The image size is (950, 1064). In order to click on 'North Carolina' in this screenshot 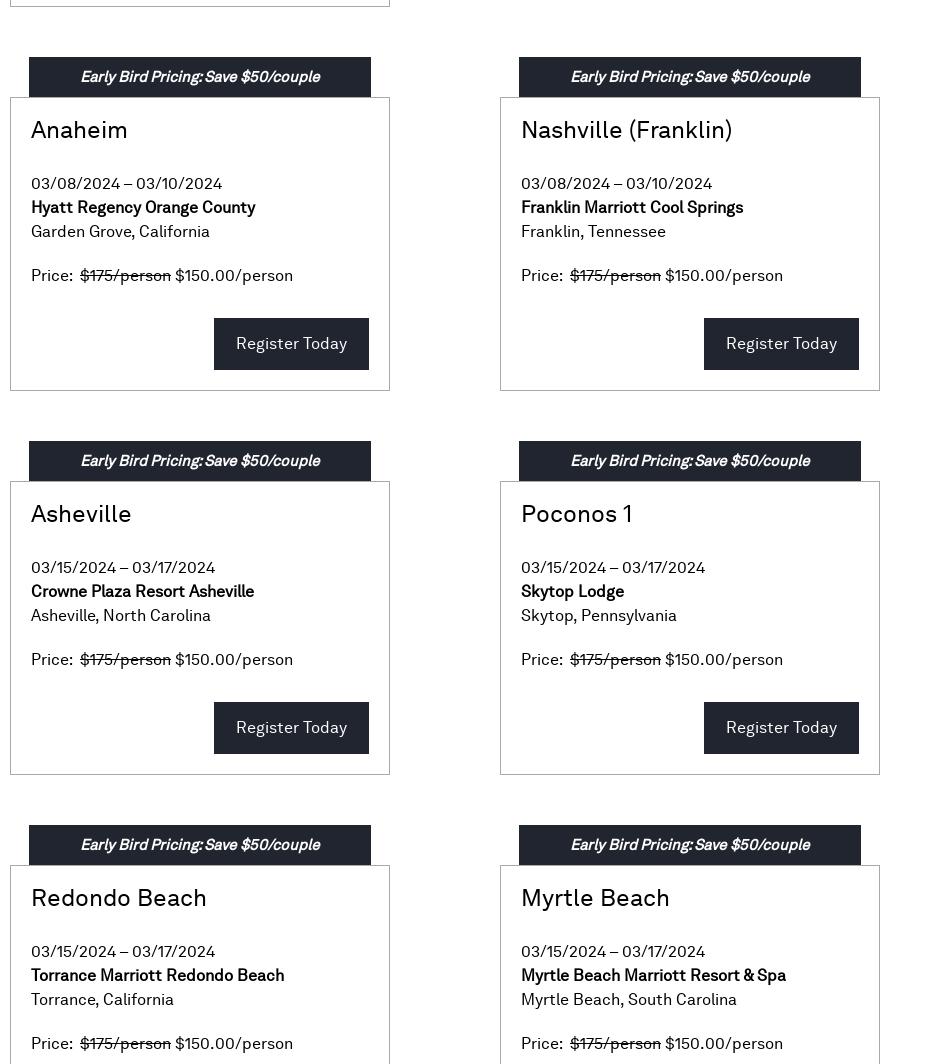, I will do `click(157, 615)`.